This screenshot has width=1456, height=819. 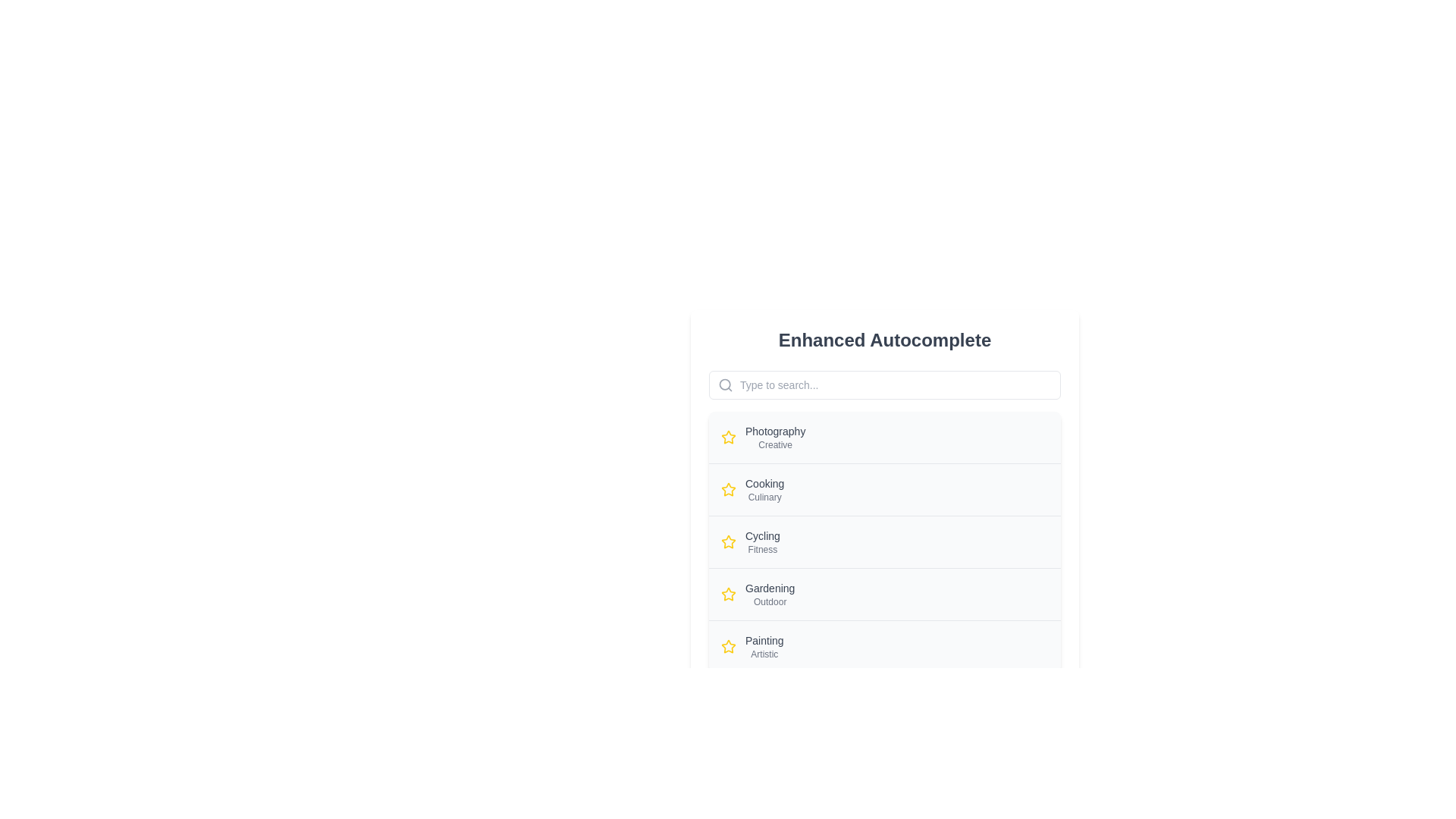 What do you see at coordinates (762, 541) in the screenshot?
I see `the 'Cycling' category item in the sidebar interface` at bounding box center [762, 541].